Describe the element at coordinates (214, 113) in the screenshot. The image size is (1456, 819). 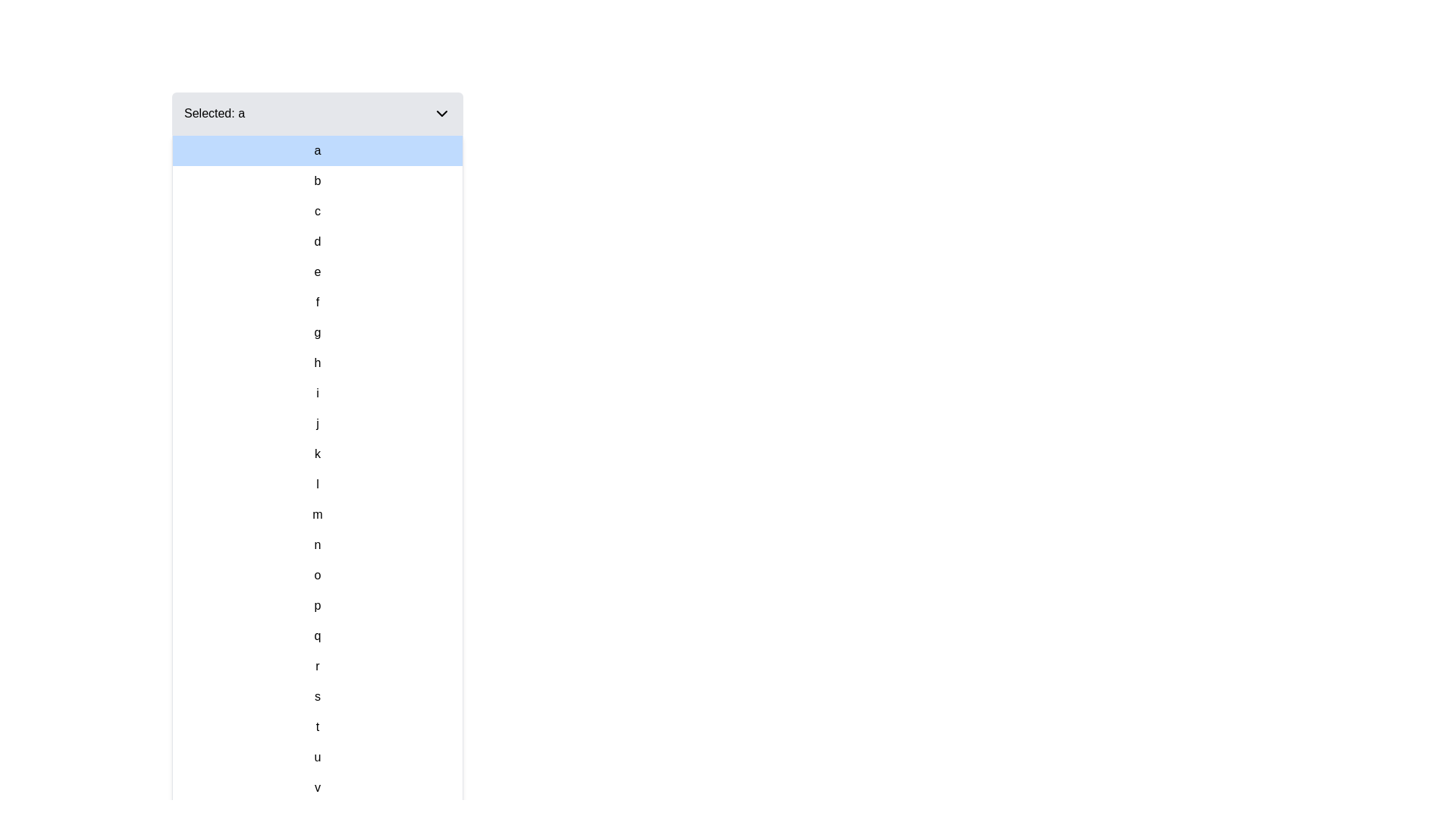
I see `the static text label indicating the current selection within the dropdown menu, which is located in the top-left region of the dropdown interface` at that location.